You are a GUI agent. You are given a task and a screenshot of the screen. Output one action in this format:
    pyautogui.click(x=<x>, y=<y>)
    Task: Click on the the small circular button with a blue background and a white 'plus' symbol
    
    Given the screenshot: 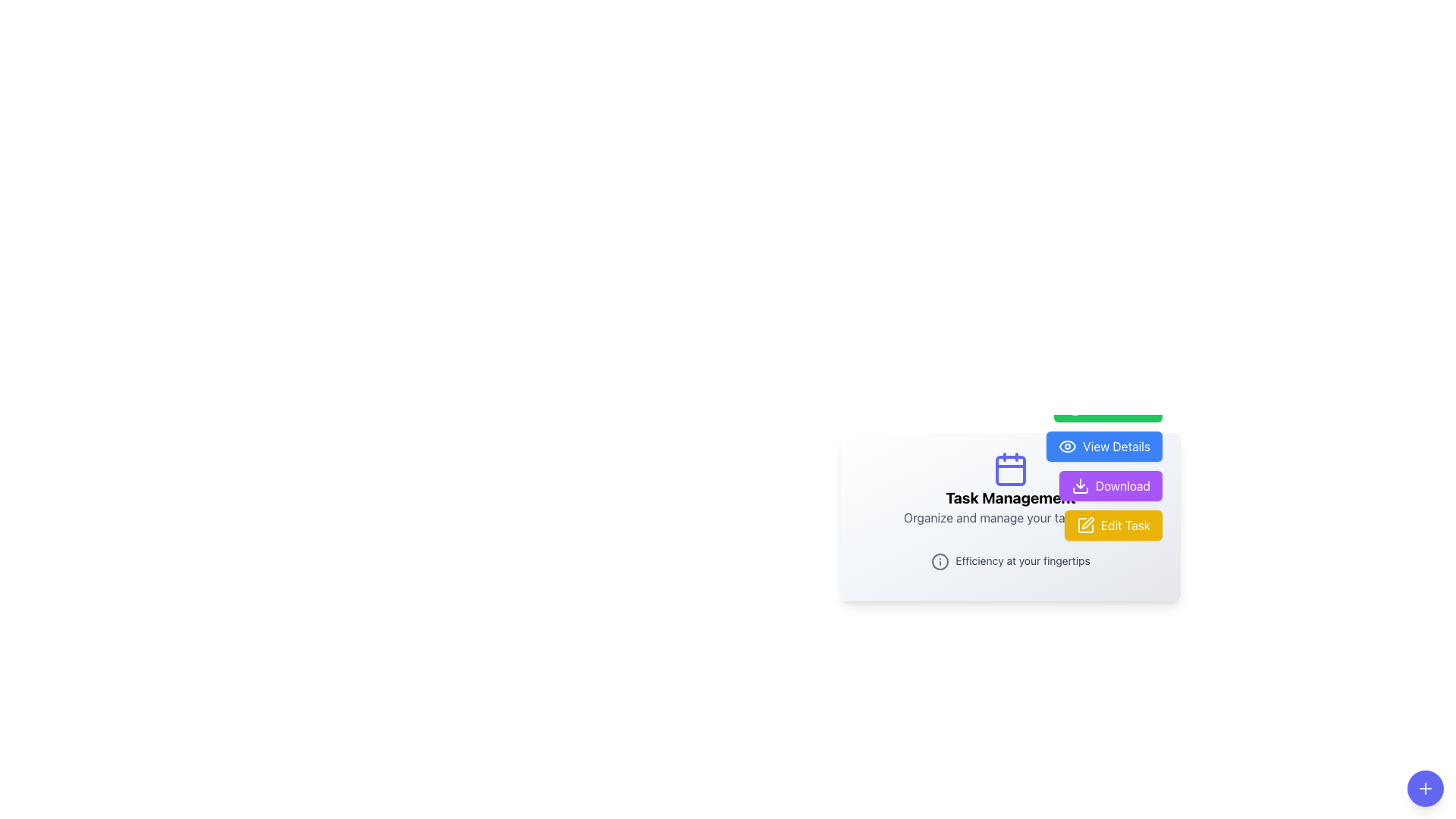 What is the action you would take?
    pyautogui.click(x=1425, y=788)
    